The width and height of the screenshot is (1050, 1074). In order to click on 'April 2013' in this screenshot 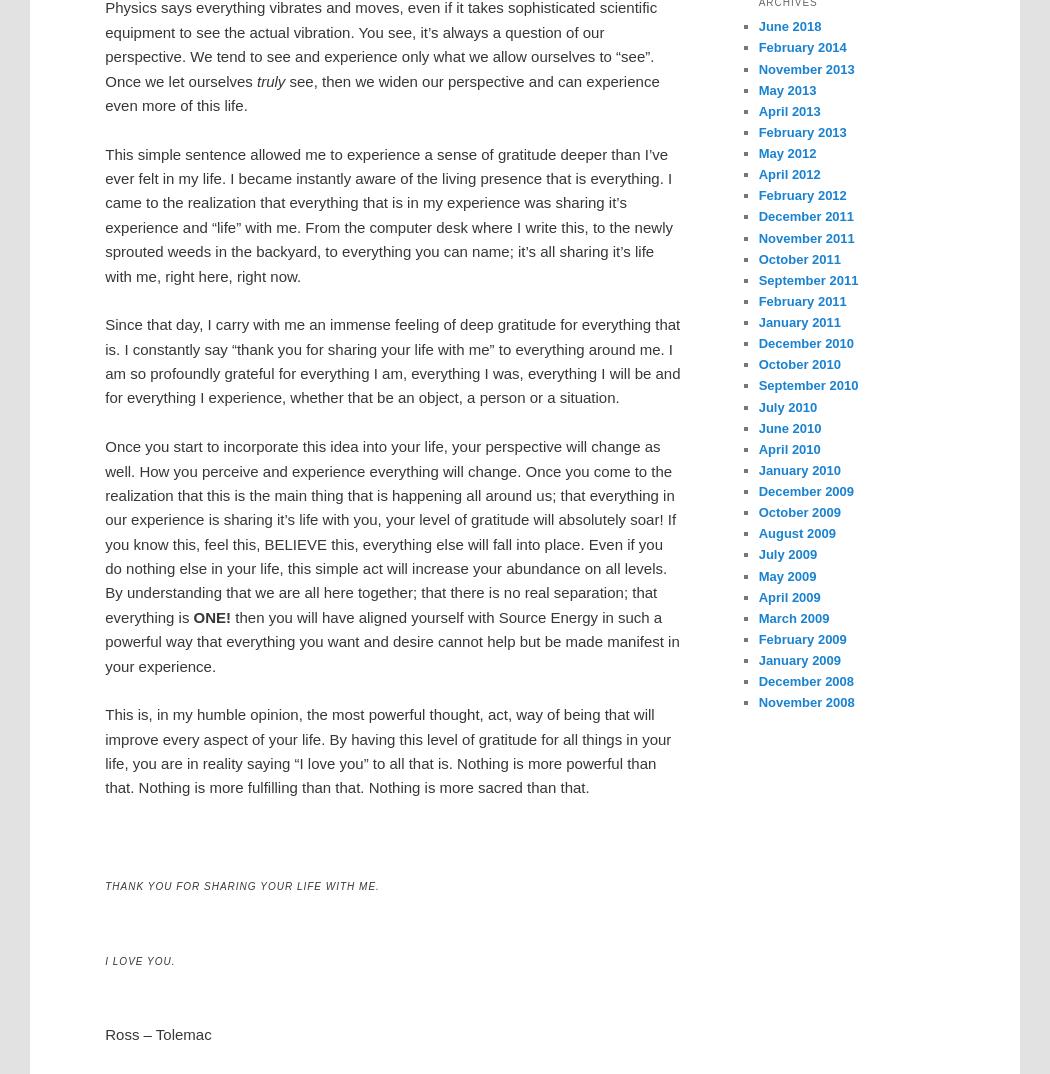, I will do `click(788, 109)`.